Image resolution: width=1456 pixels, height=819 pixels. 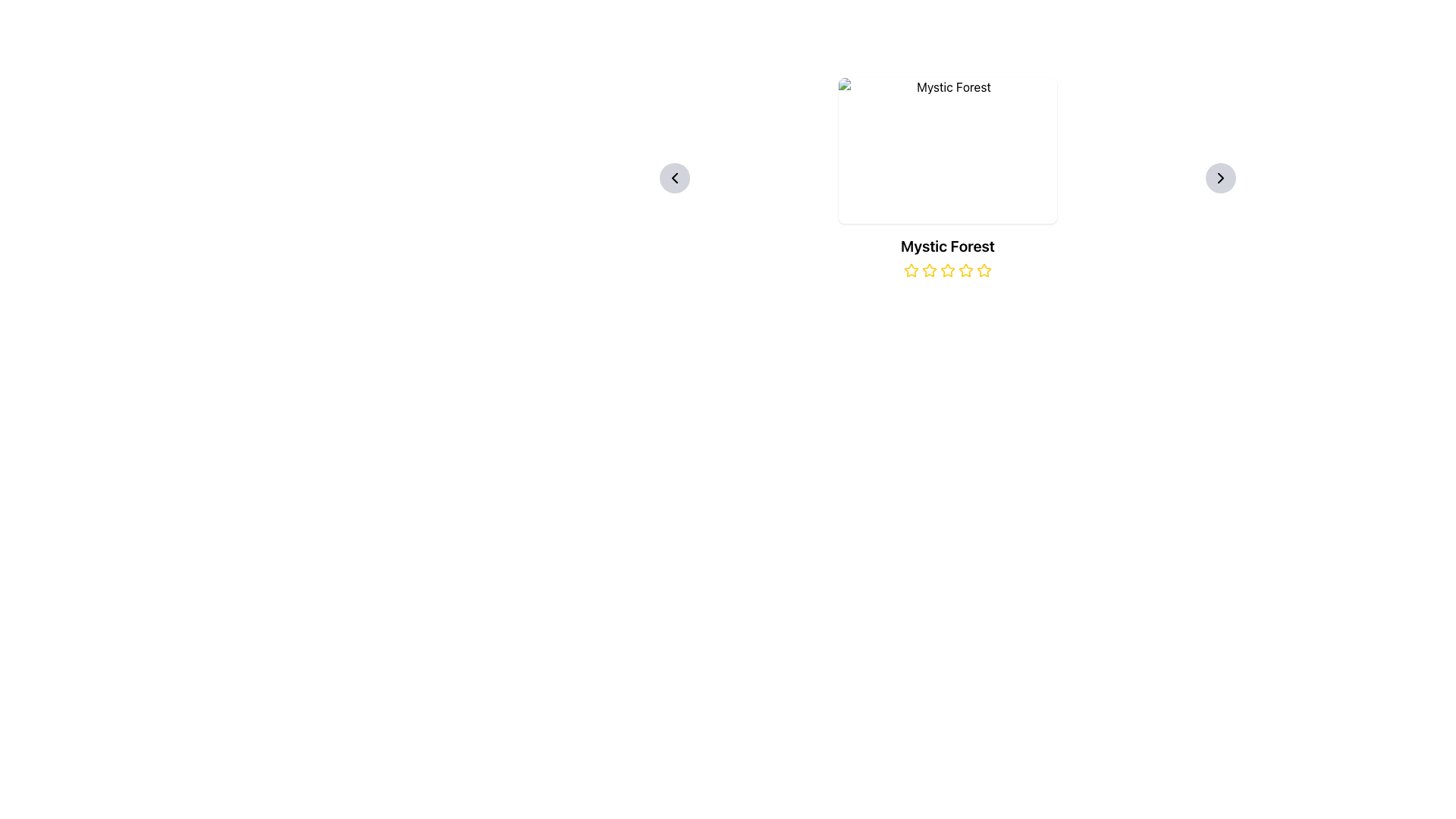 I want to click on the circular button with a gray background and a black left-pointing chevron icon, so click(x=673, y=177).